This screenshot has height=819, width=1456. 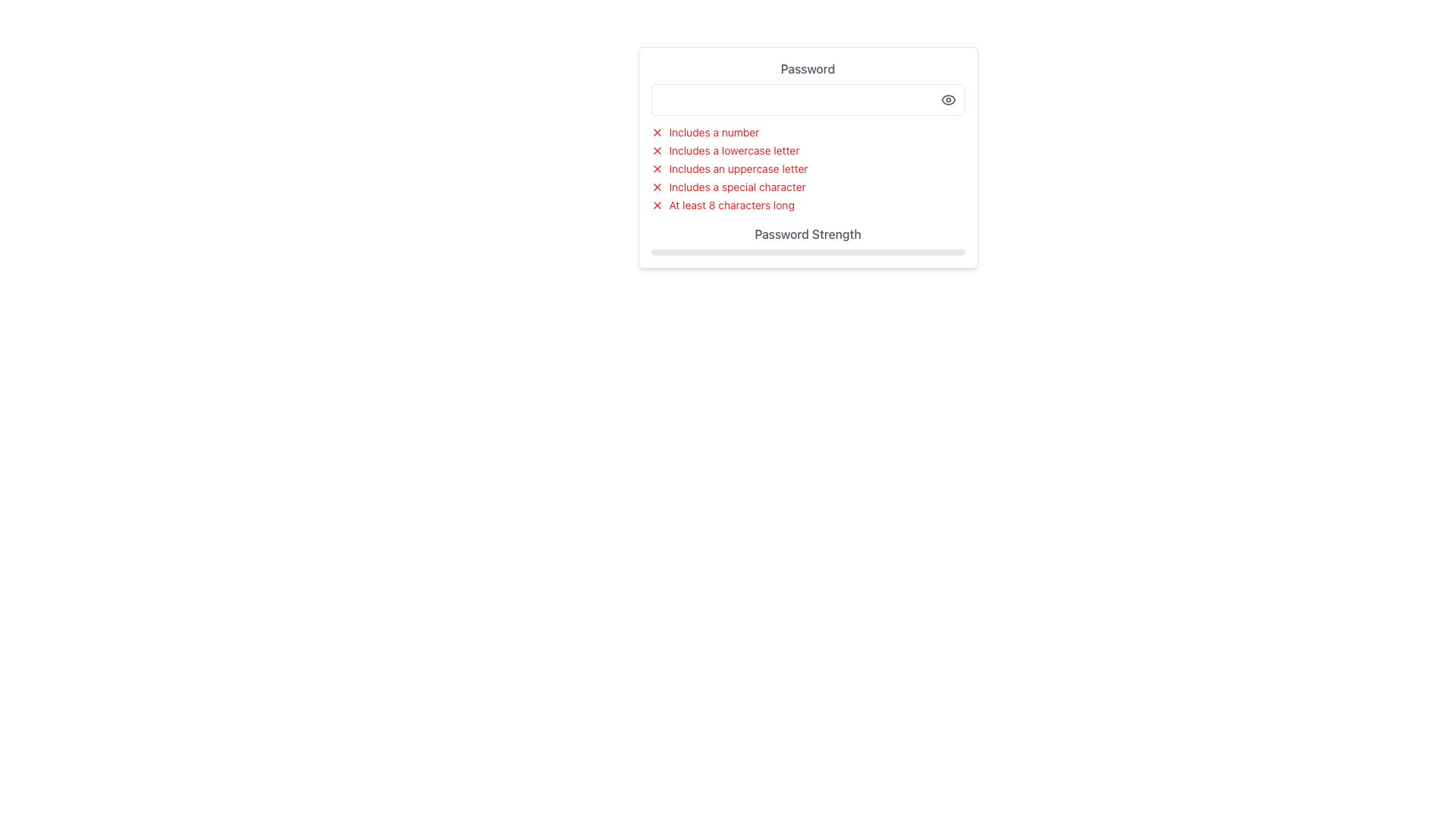 I want to click on the informative list of password requirements that is located directly below the 'Password' input field and above the 'Password Strength' indicator, so click(x=807, y=169).